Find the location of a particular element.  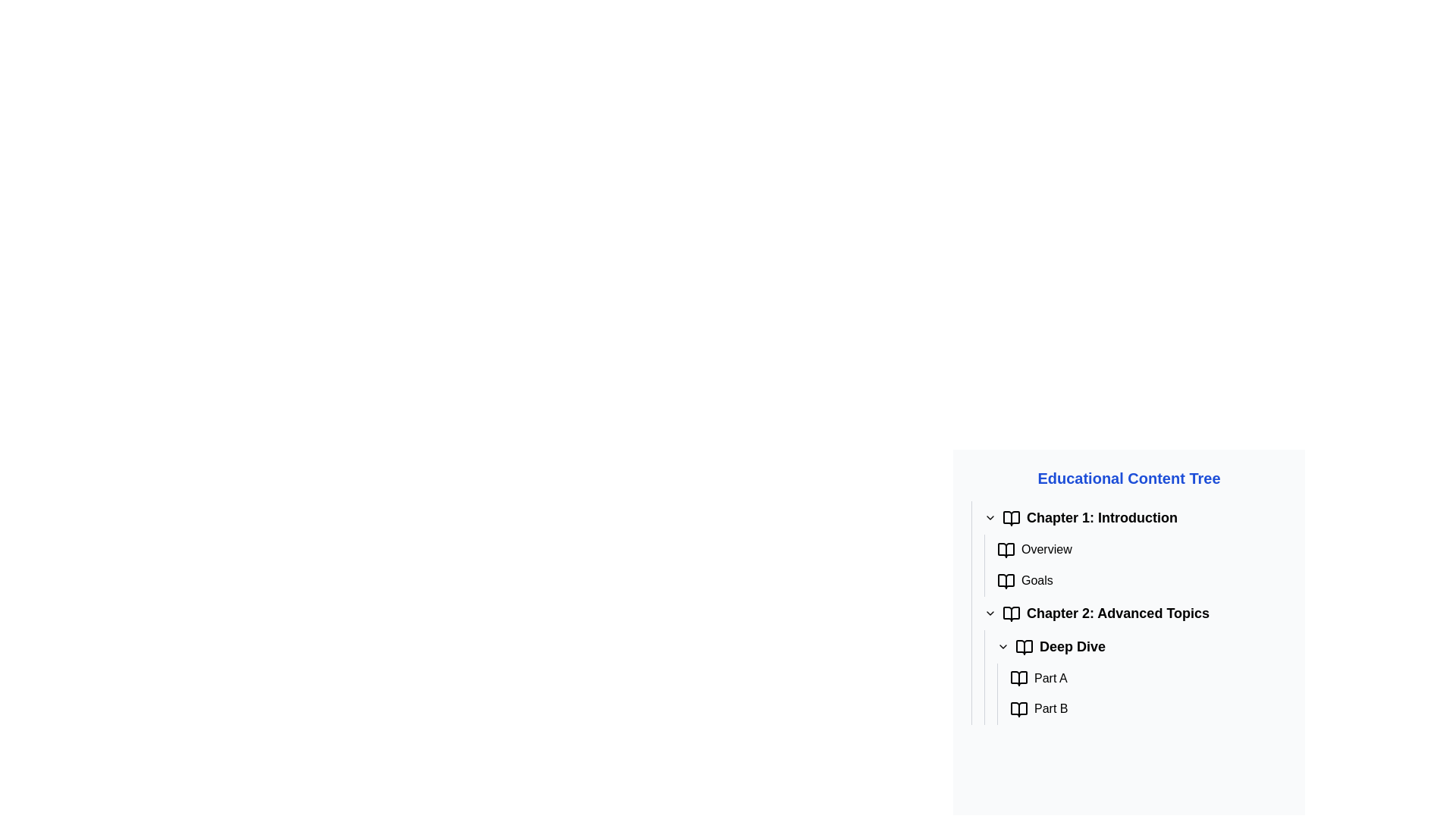

the open book icon located to the left of the 'Overview' text in the 'Educational Content Tree' under 'Chapter 1: Introduction' is located at coordinates (1006, 550).